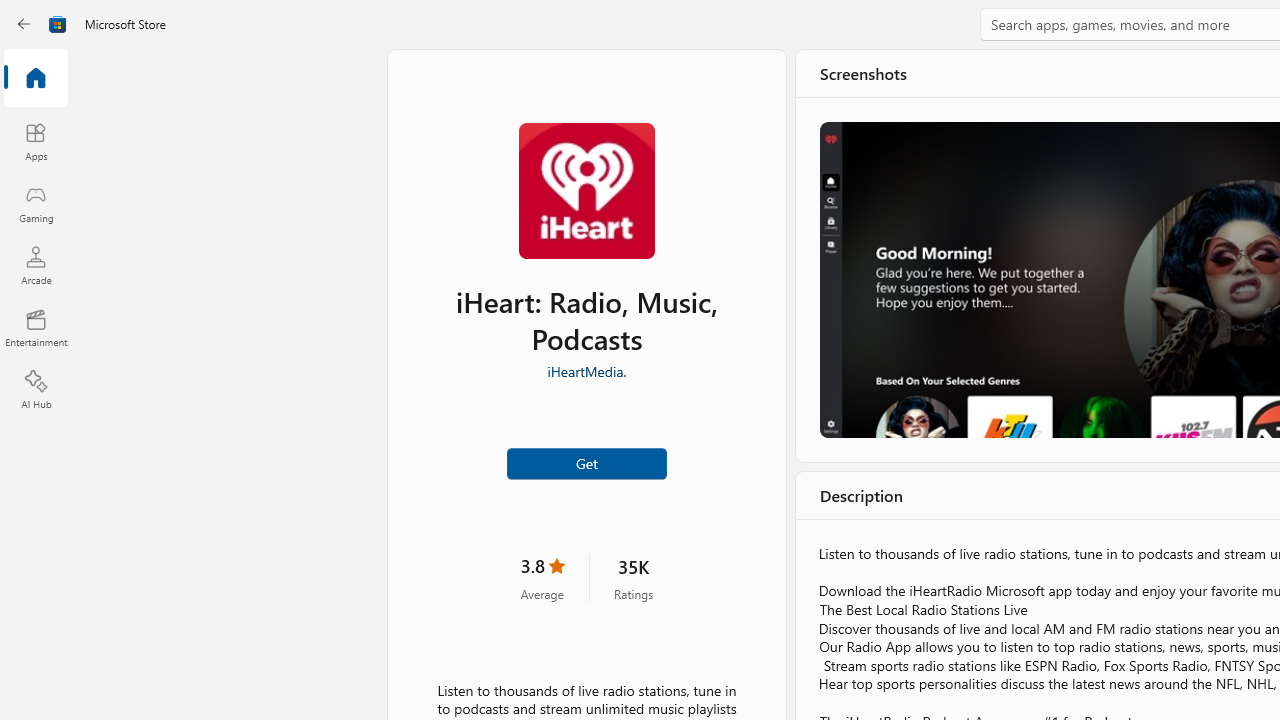  Describe the element at coordinates (585, 369) in the screenshot. I see `'iHeartMedia.'` at that location.